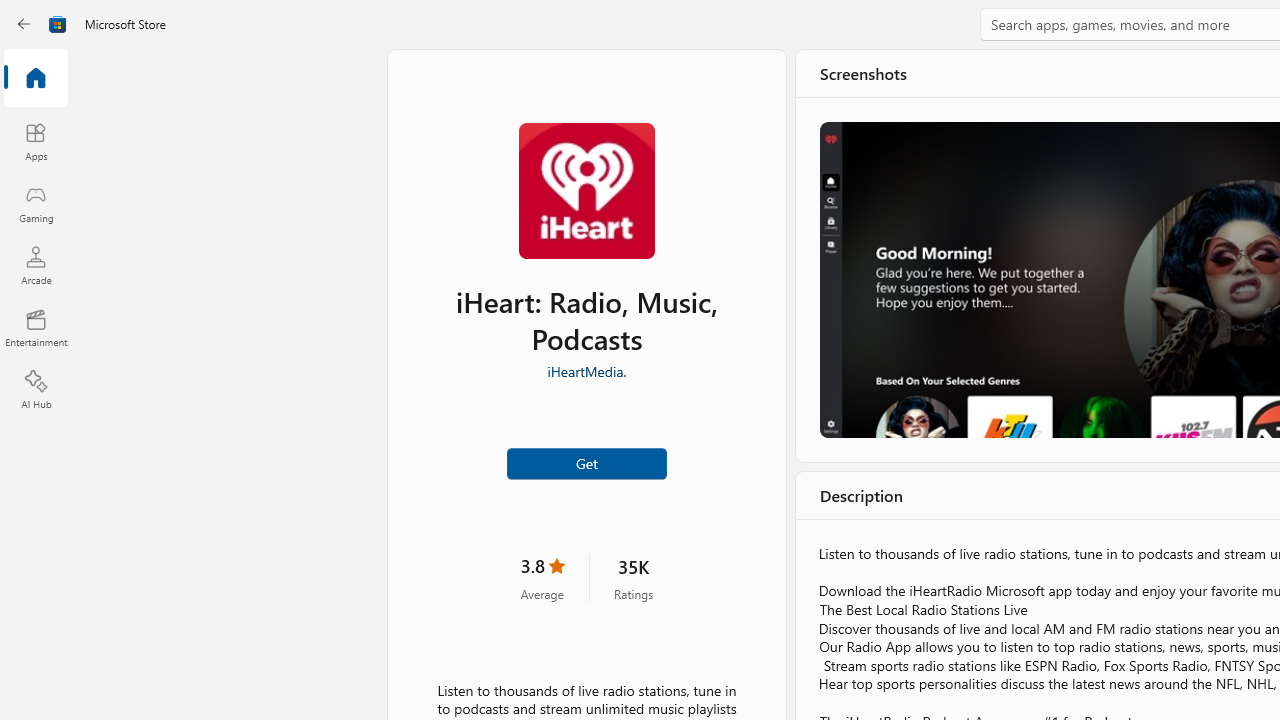  Describe the element at coordinates (585, 369) in the screenshot. I see `'iHeartMedia.'` at that location.